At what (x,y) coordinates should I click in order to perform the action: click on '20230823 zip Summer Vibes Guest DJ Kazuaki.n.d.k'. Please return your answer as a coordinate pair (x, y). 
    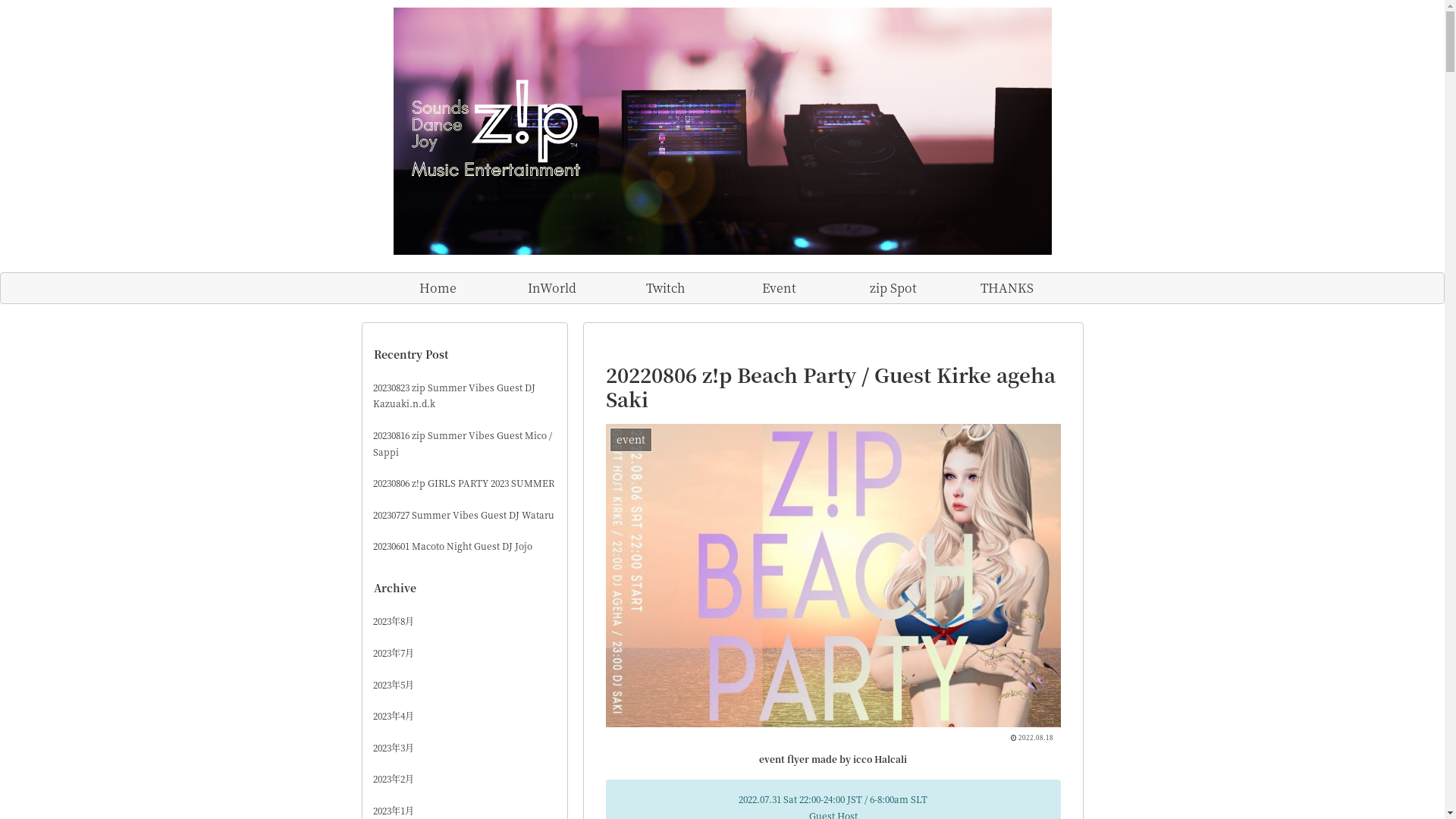
    Looking at the image, I should click on (464, 394).